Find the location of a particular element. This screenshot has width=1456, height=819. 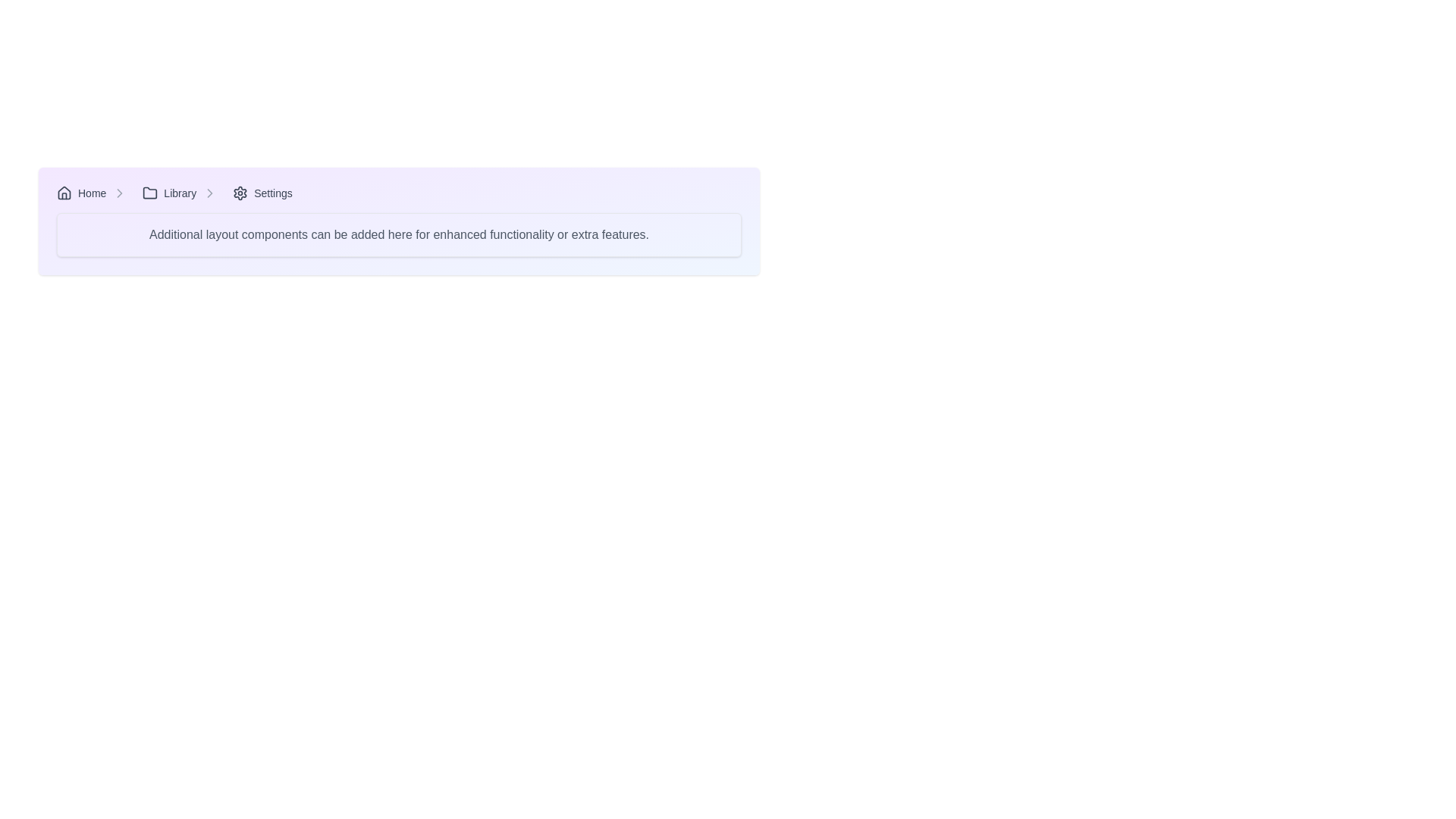

the folder icon in the breadcrumb navigation interface, located between the 'Home' and 'Settings' icons is located at coordinates (150, 192).